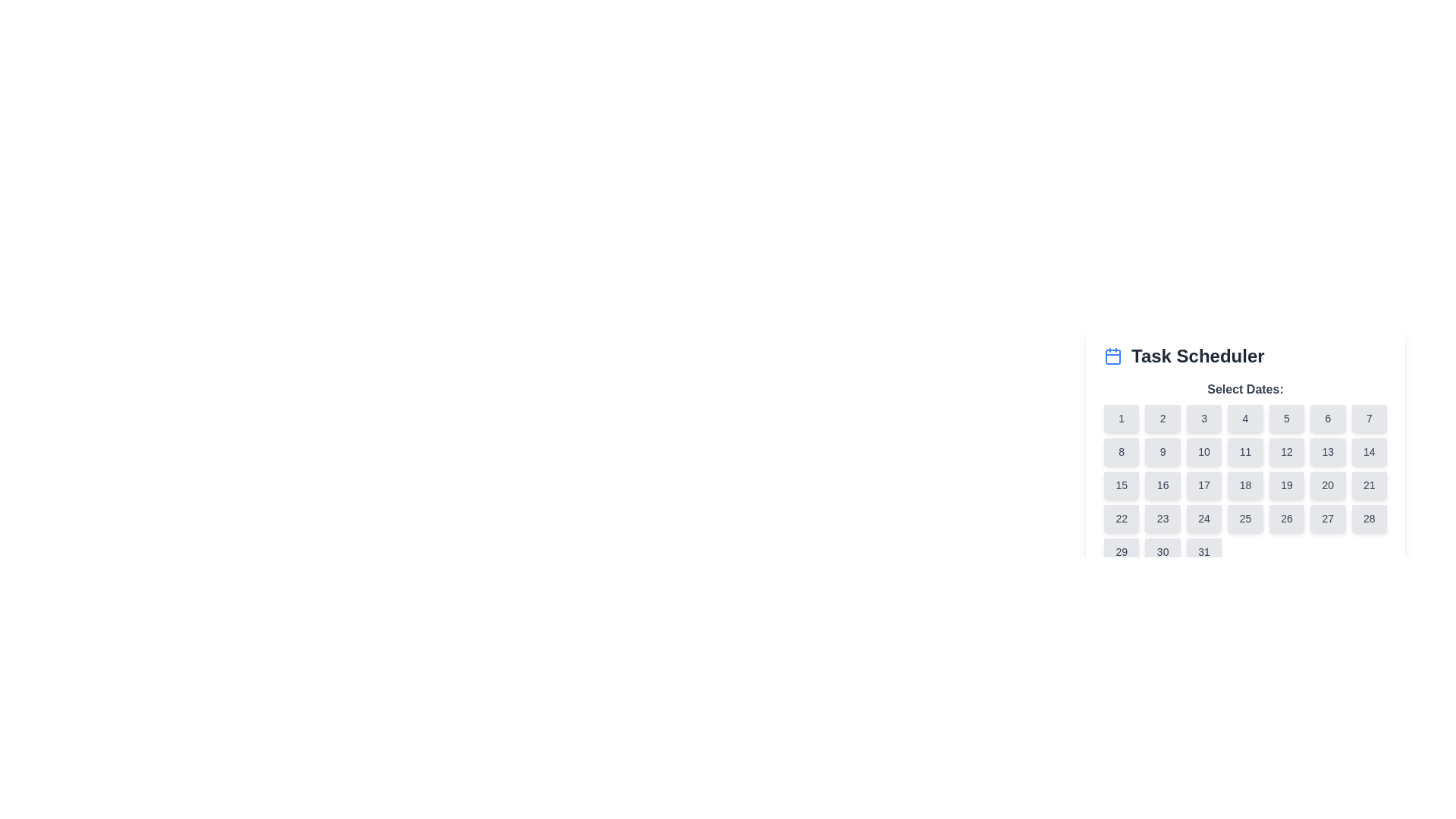 This screenshot has height=819, width=1456. Describe the element at coordinates (1122, 517) in the screenshot. I see `on the button representing the date '22' within the calendar interface` at that location.